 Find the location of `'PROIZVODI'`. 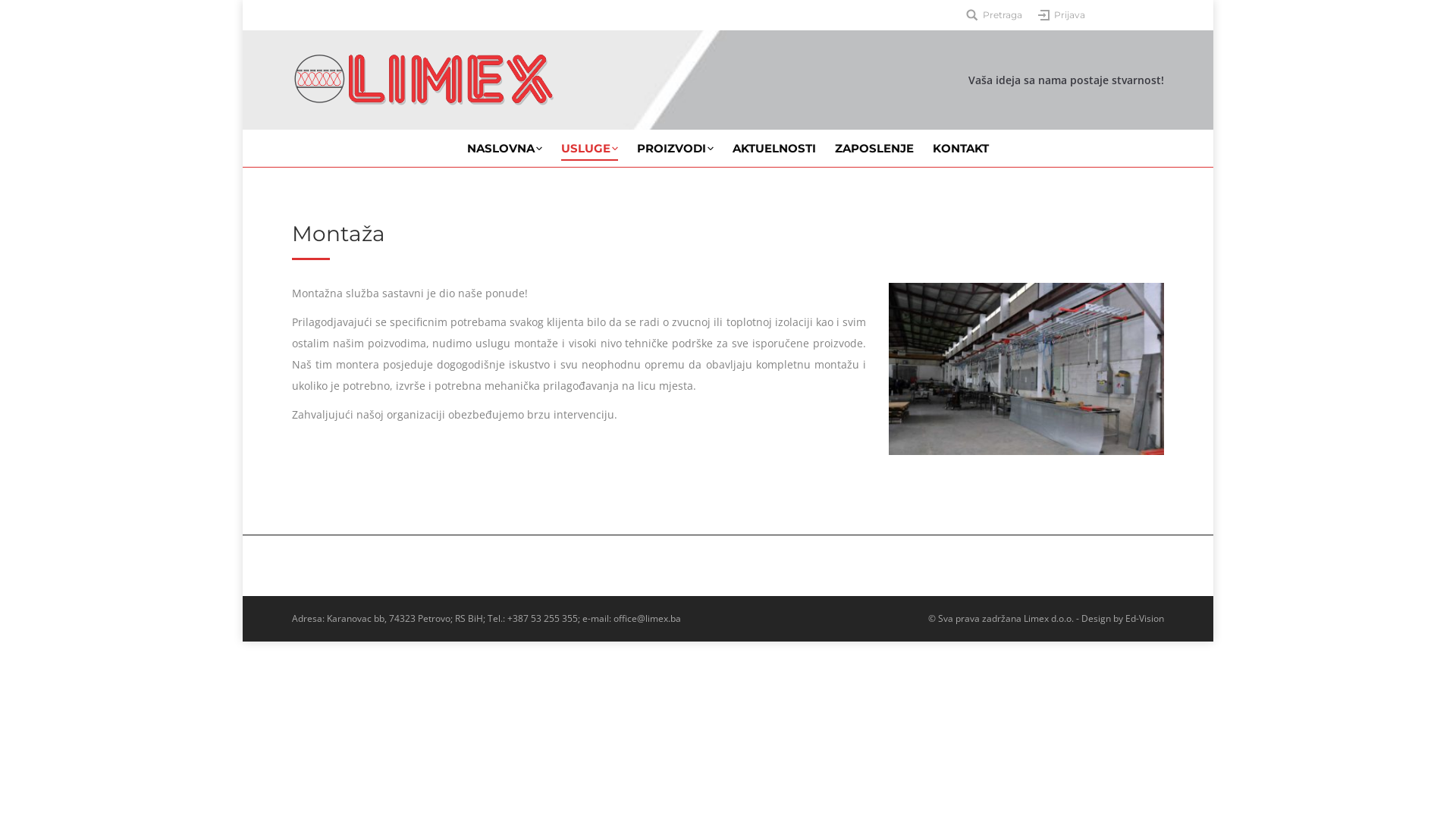

'PROIZVODI' is located at coordinates (637, 148).